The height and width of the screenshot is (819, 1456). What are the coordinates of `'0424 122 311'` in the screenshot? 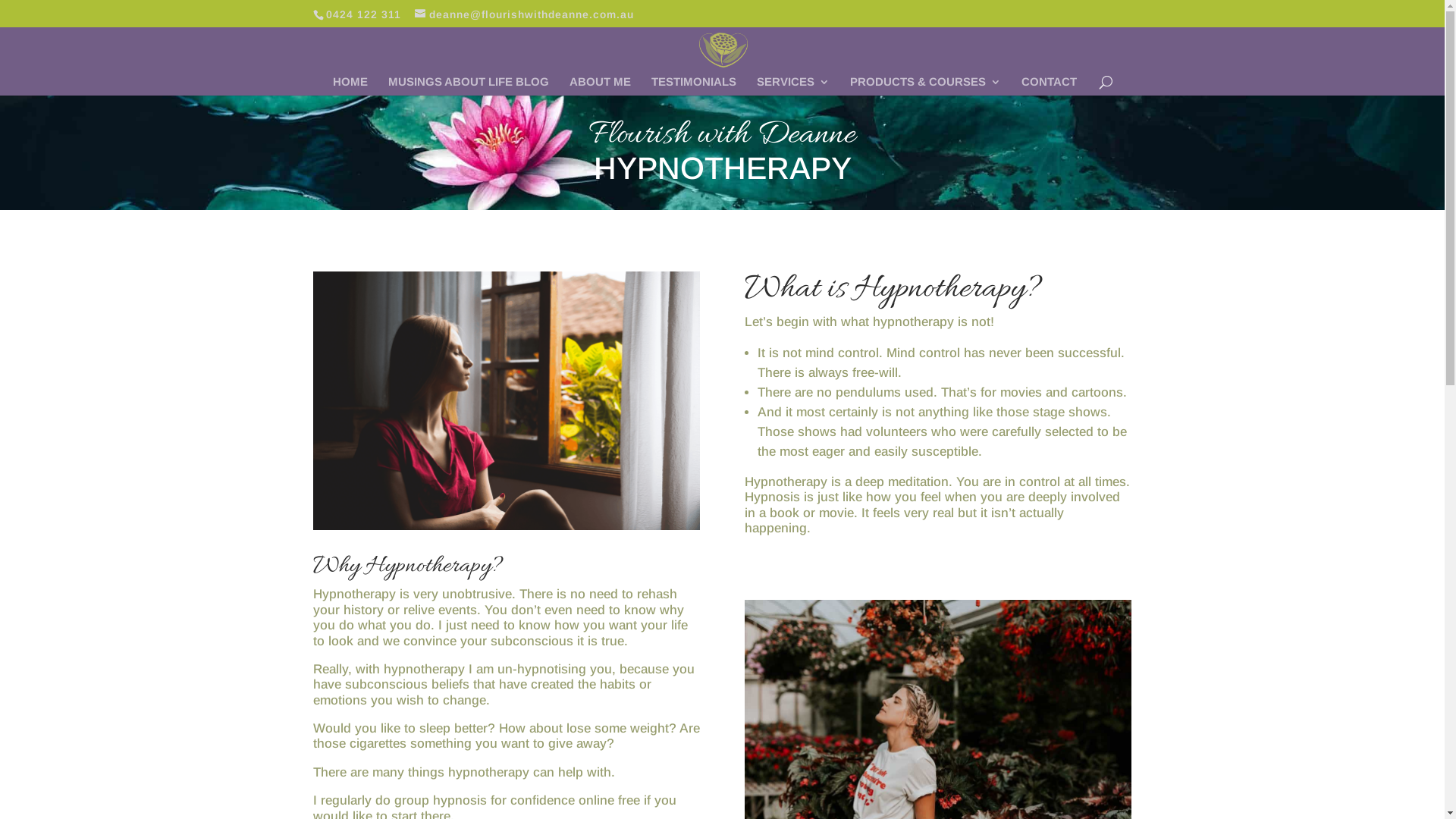 It's located at (362, 14).